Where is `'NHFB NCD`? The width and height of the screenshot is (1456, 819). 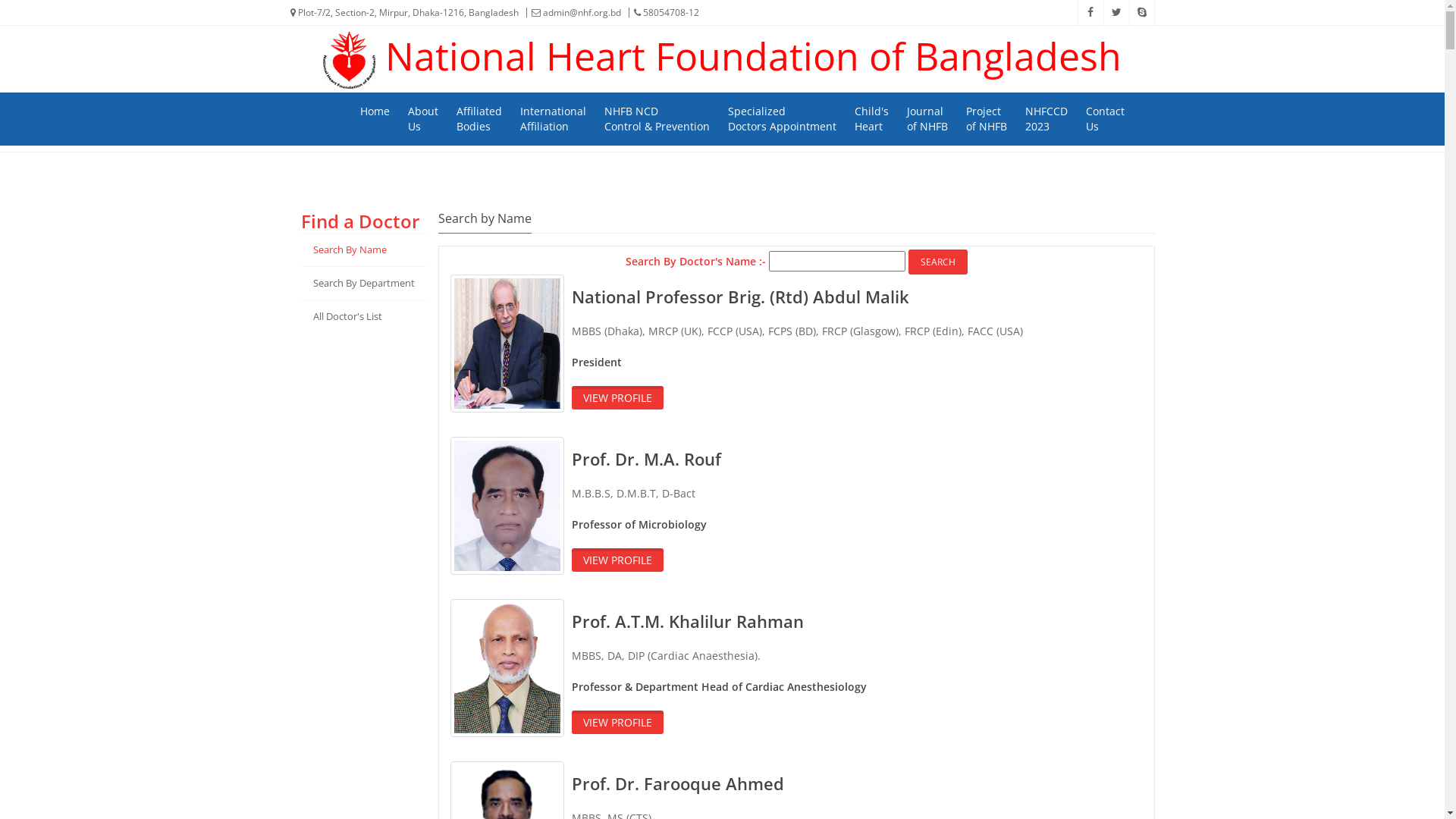
'NHFB NCD is located at coordinates (657, 118).